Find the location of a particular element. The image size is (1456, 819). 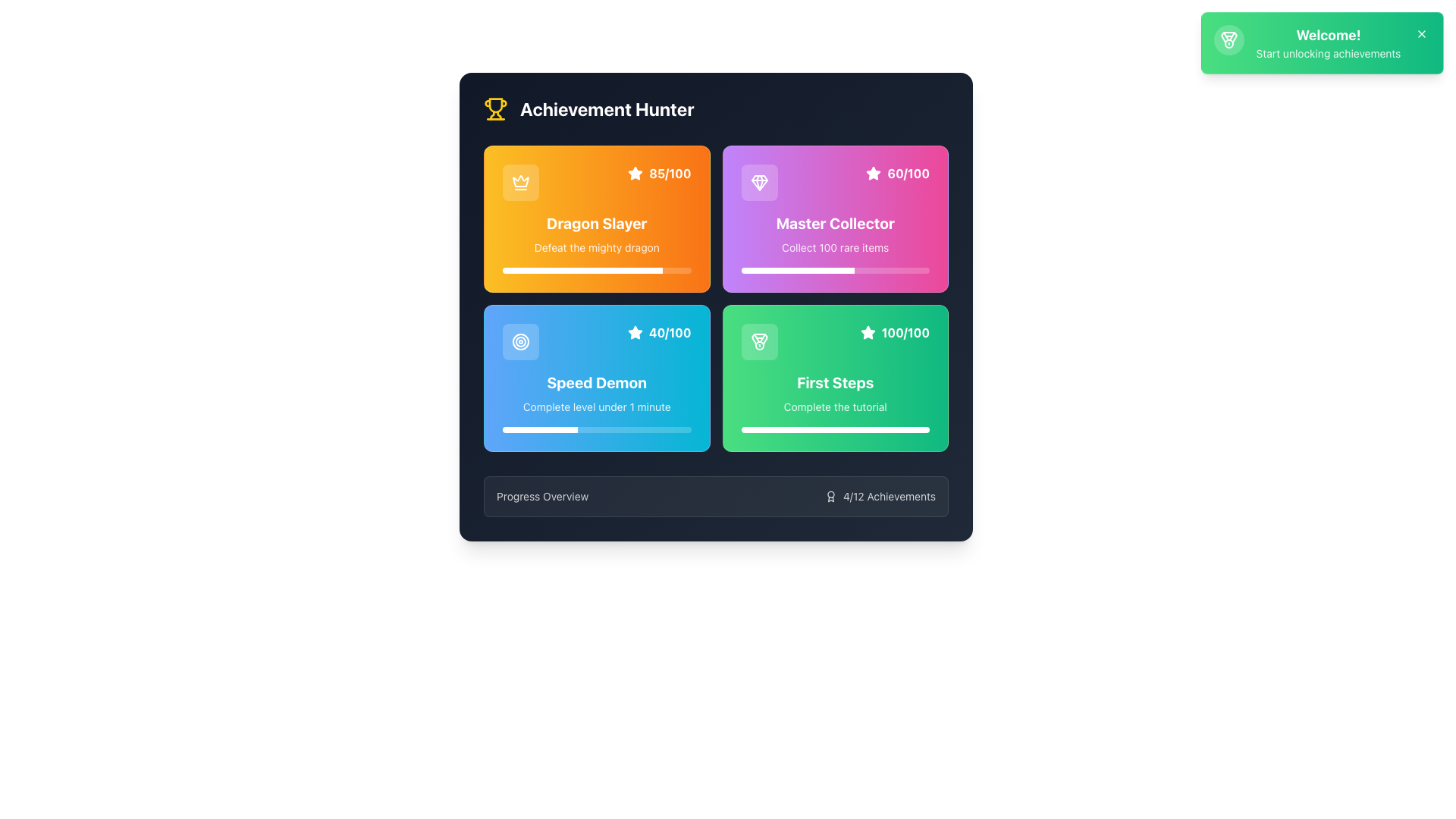

the text displaying the numerical achievement score for the 'Dragon Slayer' task, which is located in the top-left of the orange background card next to a small star icon is located at coordinates (669, 172).